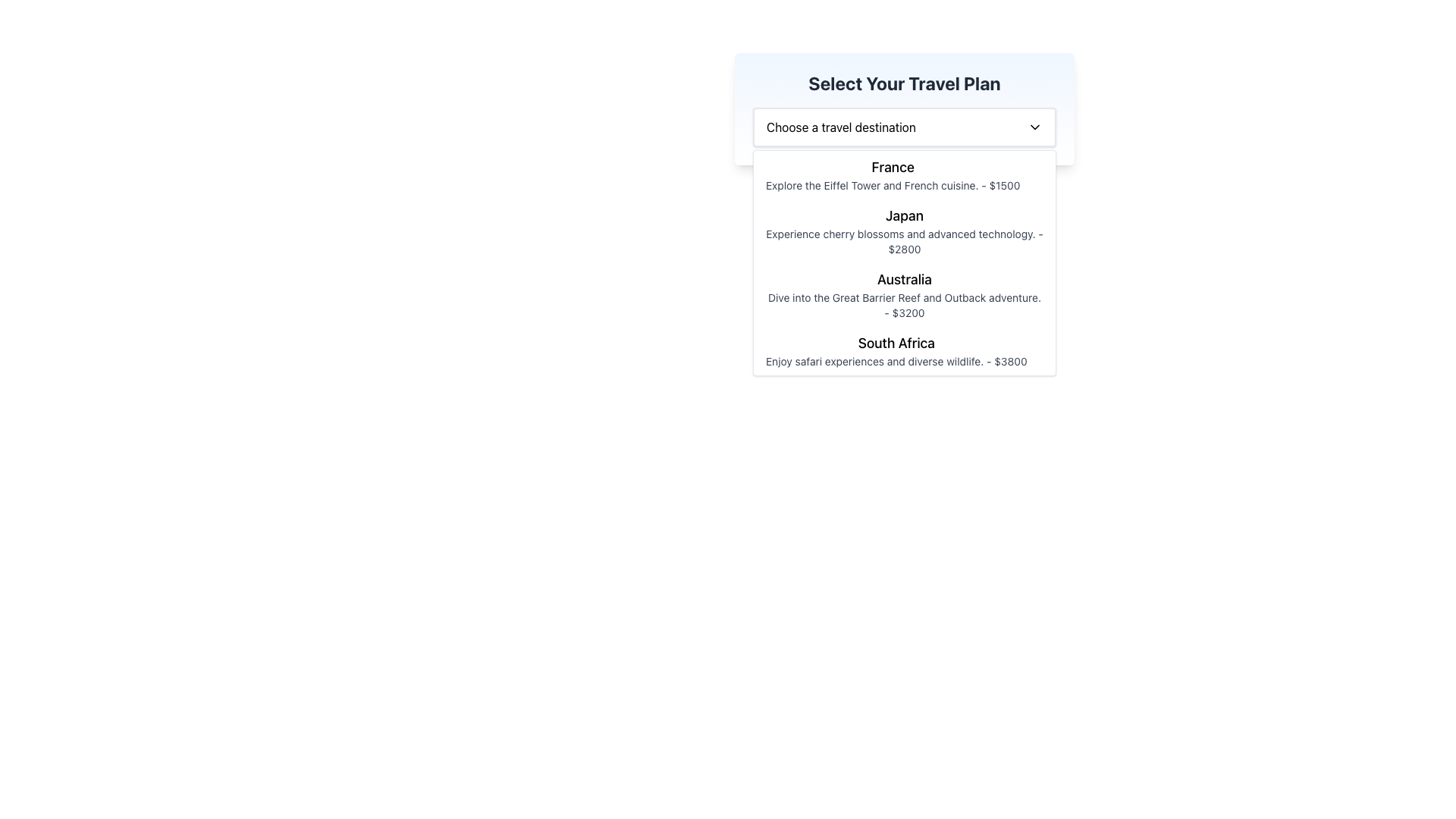 The image size is (1456, 819). I want to click on the first option in the dropdown menu labeled 'Traveling to France', so click(893, 174).